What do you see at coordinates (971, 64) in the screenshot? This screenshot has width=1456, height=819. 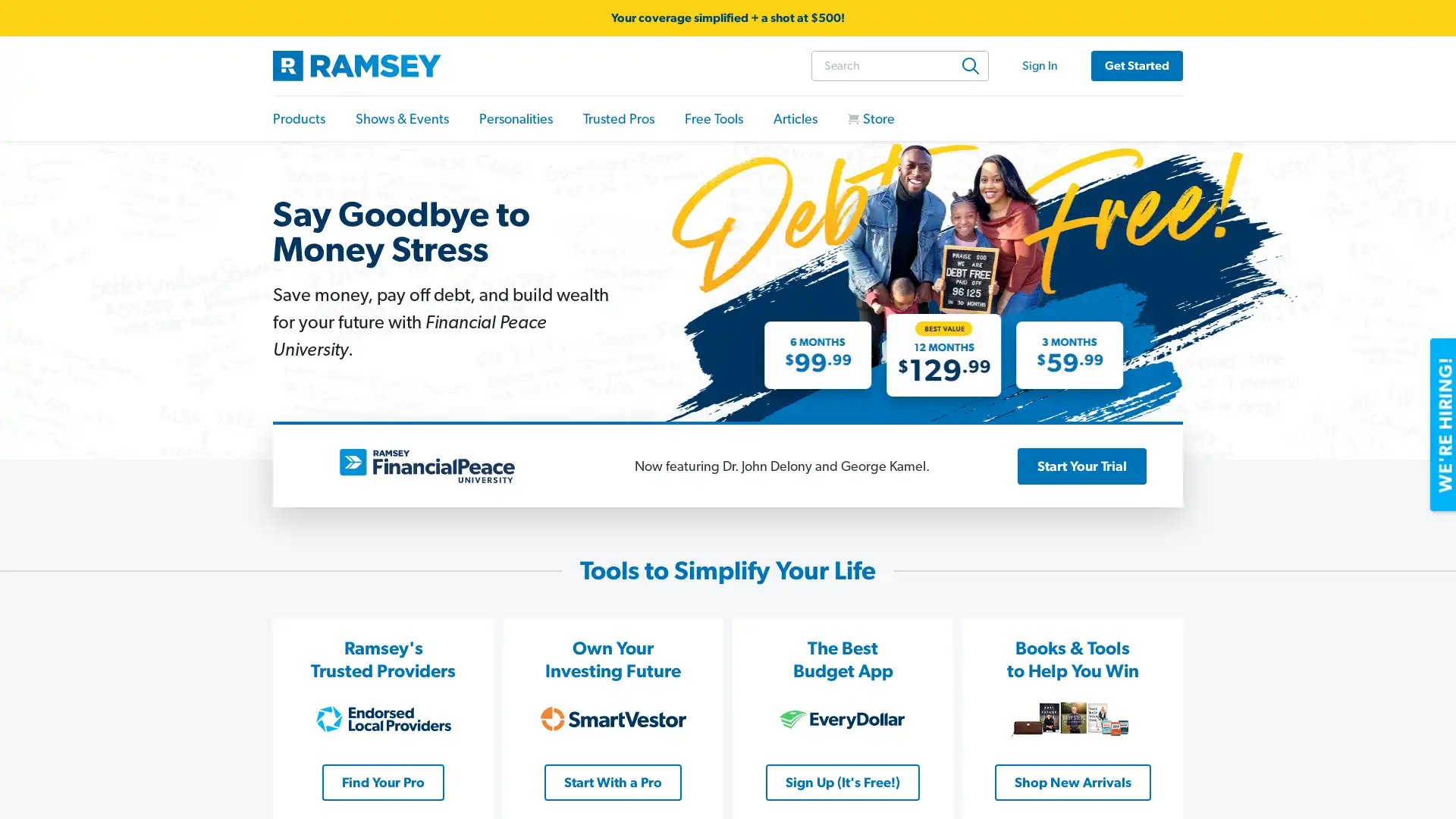 I see `Search` at bounding box center [971, 64].